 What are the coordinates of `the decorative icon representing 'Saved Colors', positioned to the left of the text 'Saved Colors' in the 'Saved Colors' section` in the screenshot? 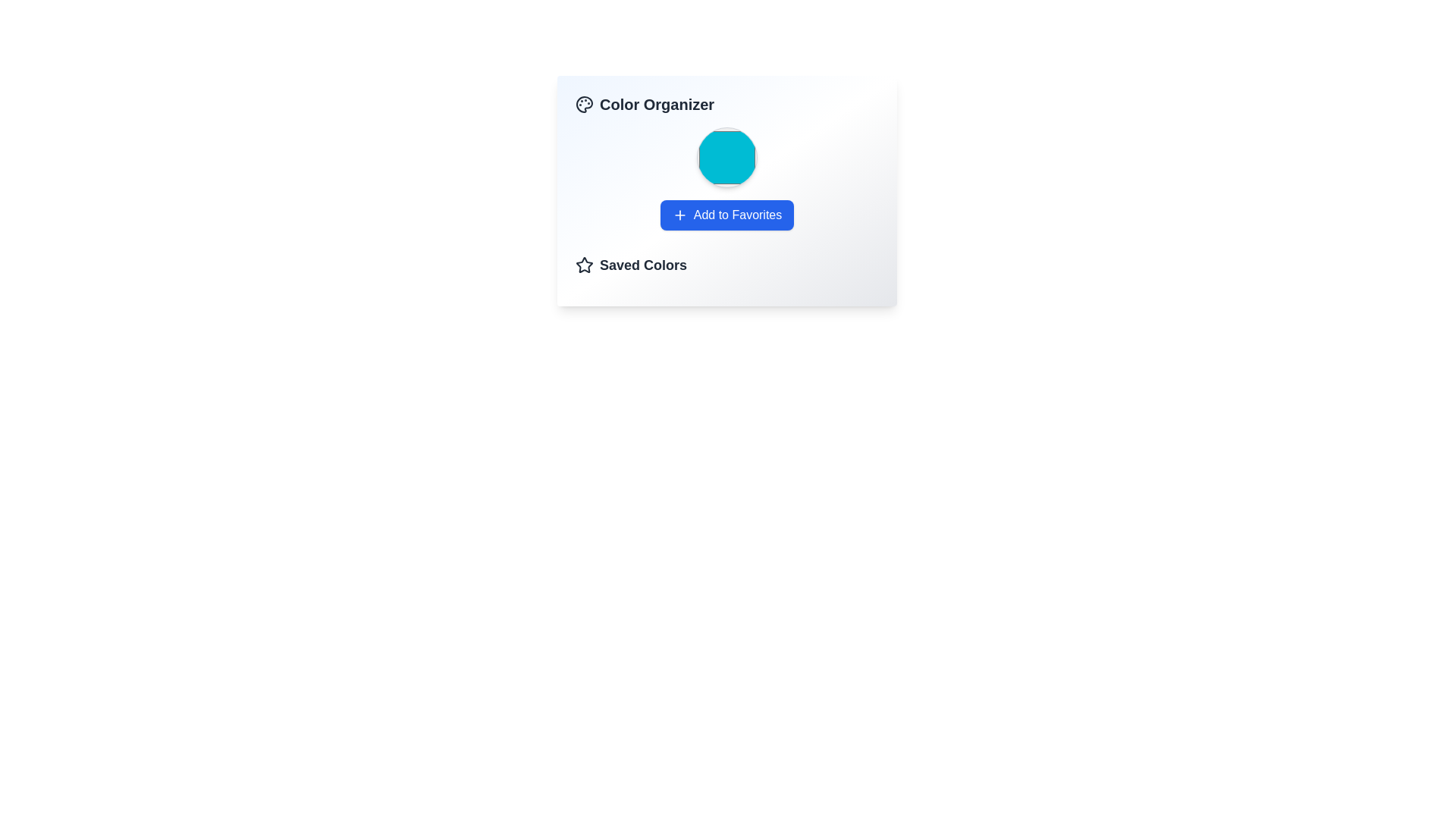 It's located at (584, 265).